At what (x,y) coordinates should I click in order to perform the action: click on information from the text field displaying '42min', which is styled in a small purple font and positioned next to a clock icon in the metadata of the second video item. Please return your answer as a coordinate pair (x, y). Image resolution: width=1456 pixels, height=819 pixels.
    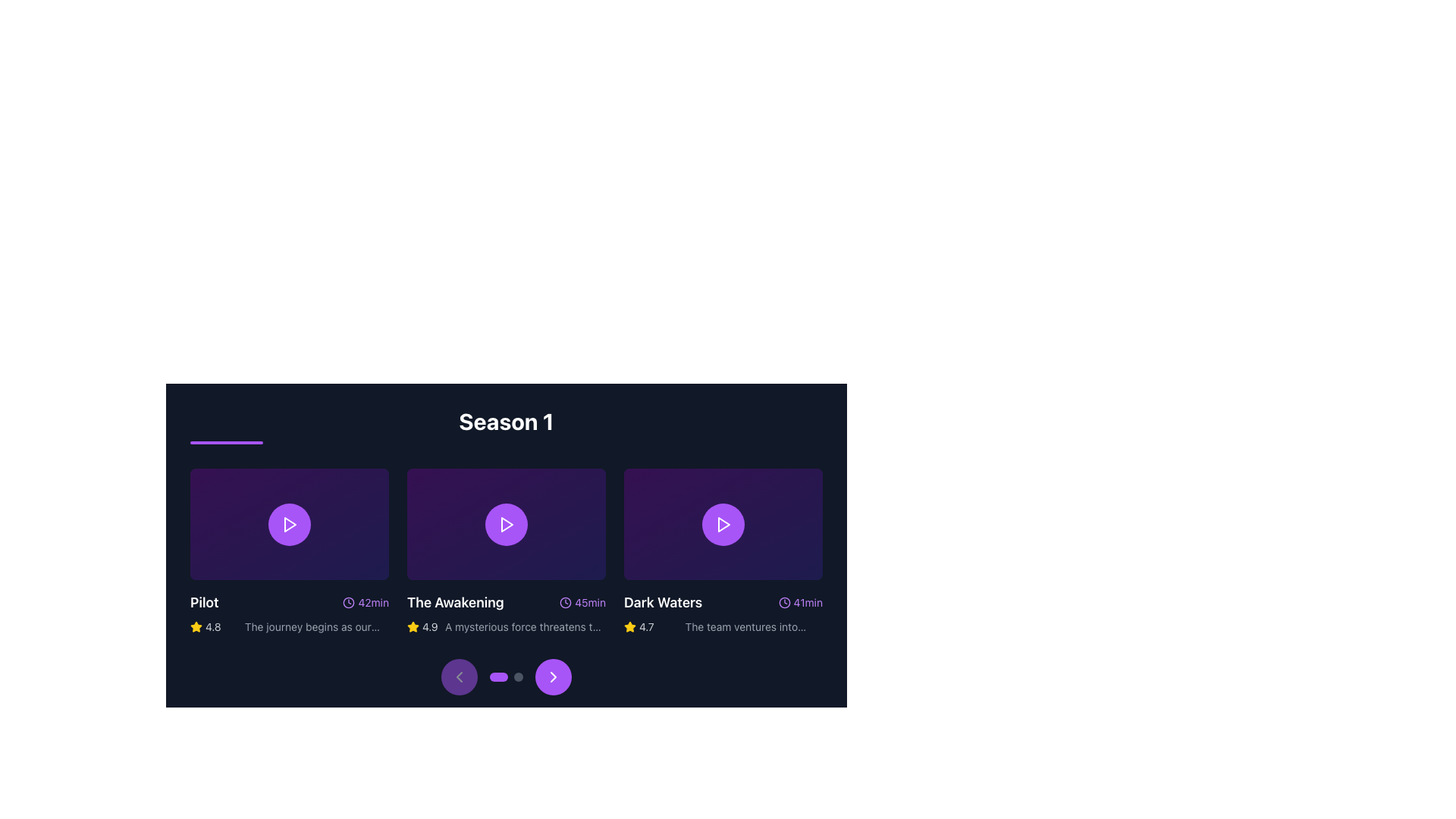
    Looking at the image, I should click on (373, 602).